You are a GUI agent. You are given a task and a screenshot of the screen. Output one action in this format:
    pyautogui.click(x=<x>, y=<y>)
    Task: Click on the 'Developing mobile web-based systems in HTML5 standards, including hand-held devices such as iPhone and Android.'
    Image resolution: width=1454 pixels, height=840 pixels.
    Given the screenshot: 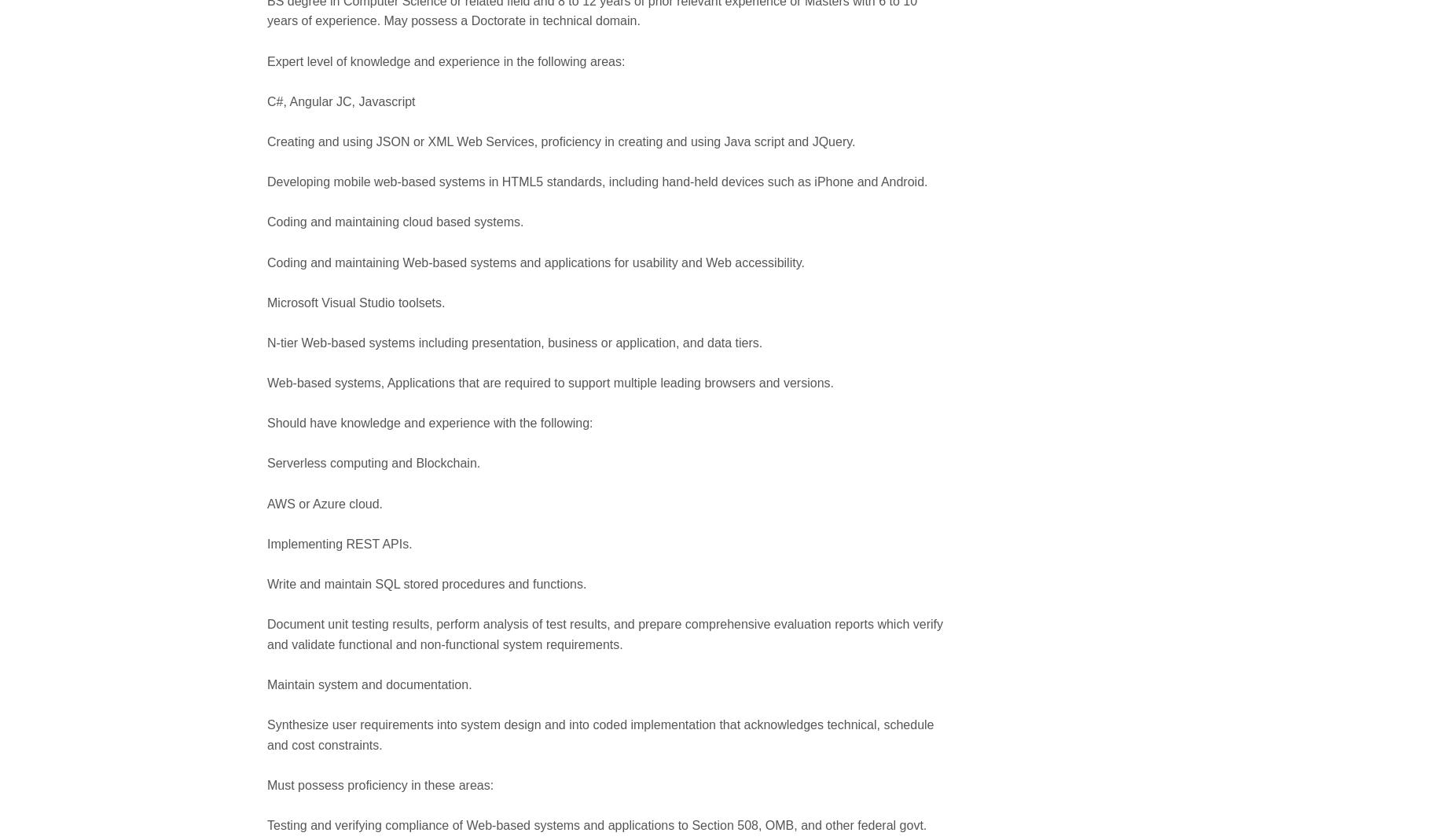 What is the action you would take?
    pyautogui.click(x=266, y=181)
    